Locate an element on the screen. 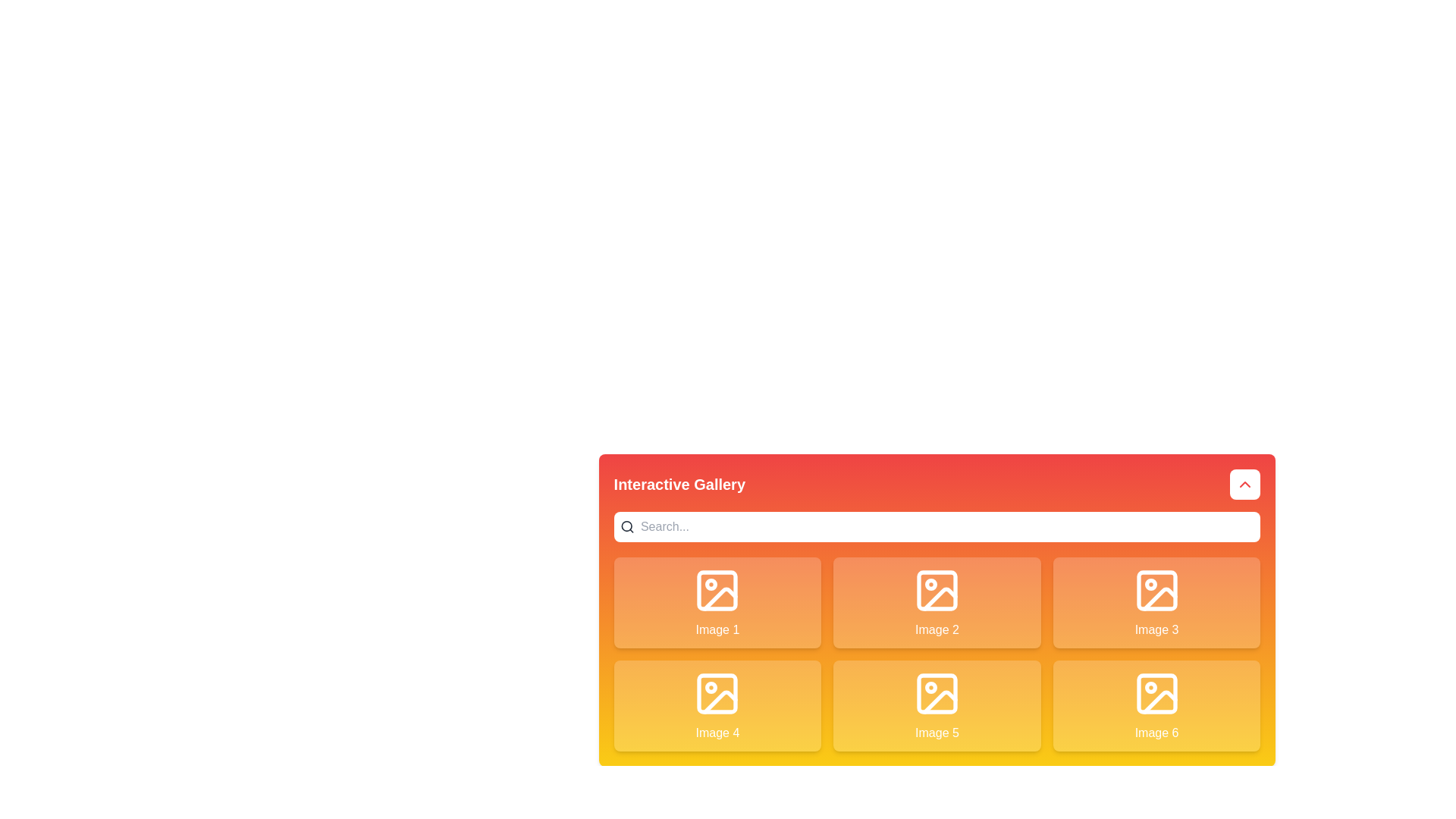  the stylized icon representing a diagonal line intersecting a rectangle, located in the fourth image tile of the second row in the interactive gallery section is located at coordinates (720, 702).